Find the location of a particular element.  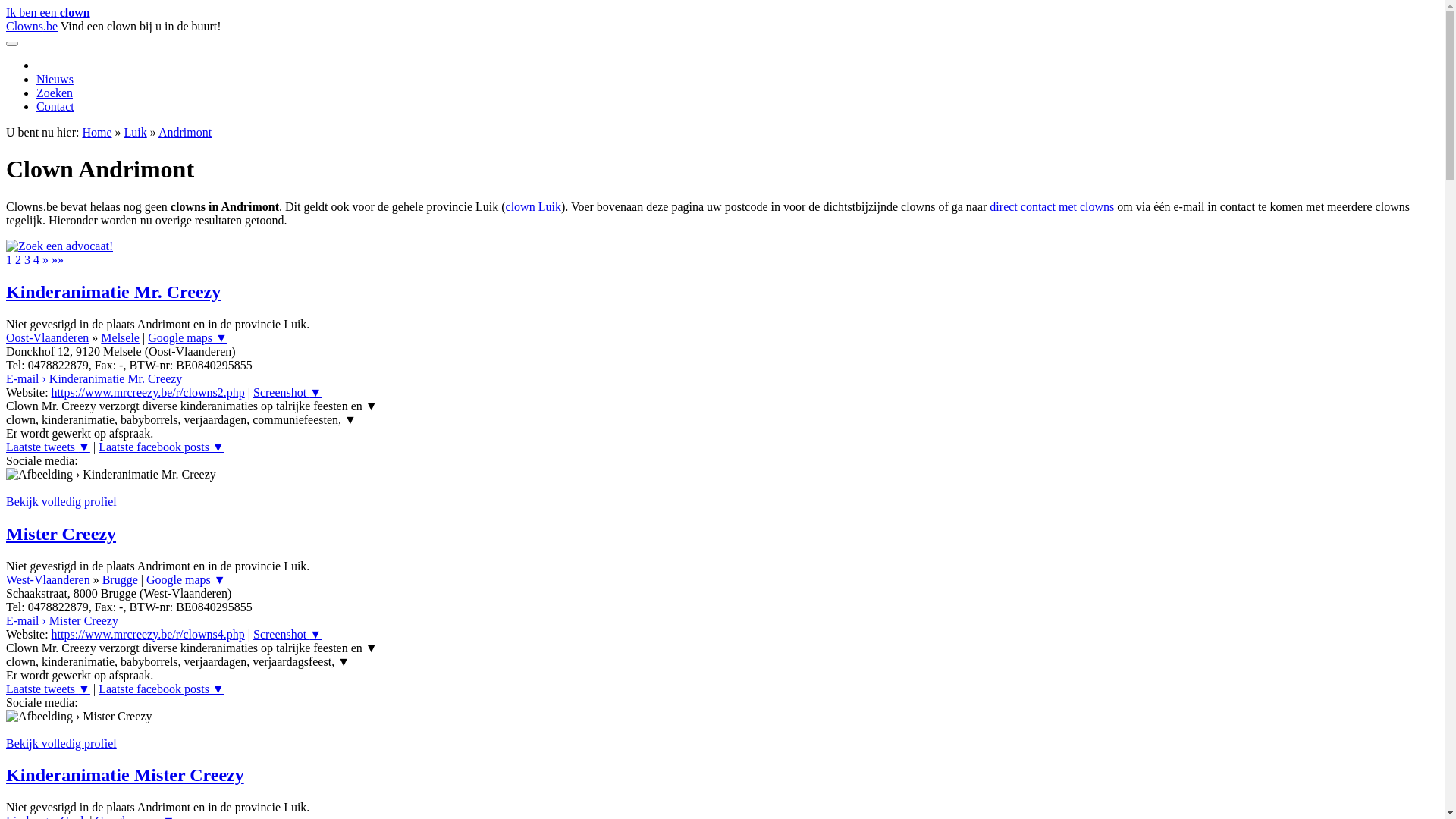

'Kinderanimatie Mr. Creezy' is located at coordinates (112, 292).